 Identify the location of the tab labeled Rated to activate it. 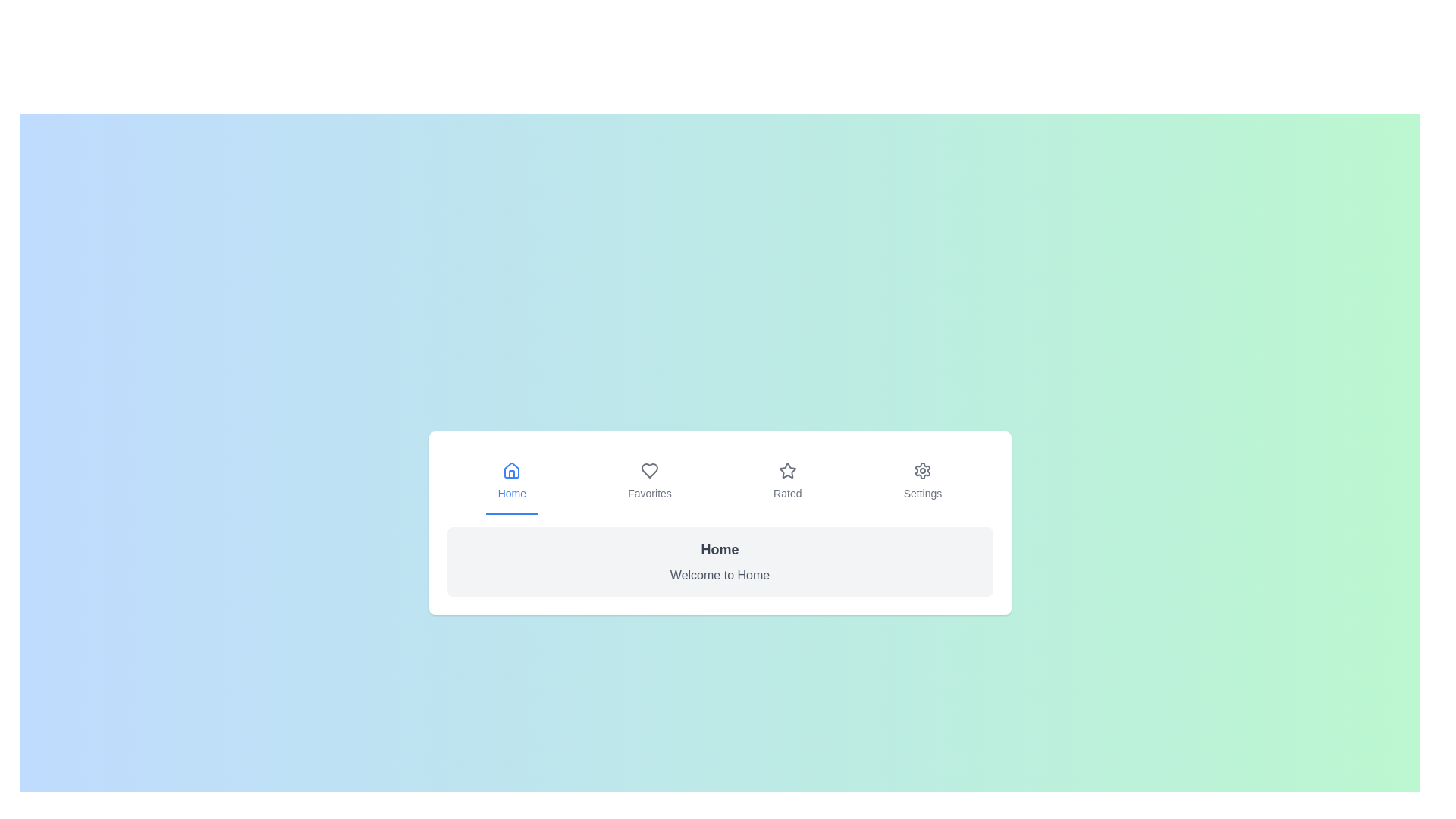
(787, 482).